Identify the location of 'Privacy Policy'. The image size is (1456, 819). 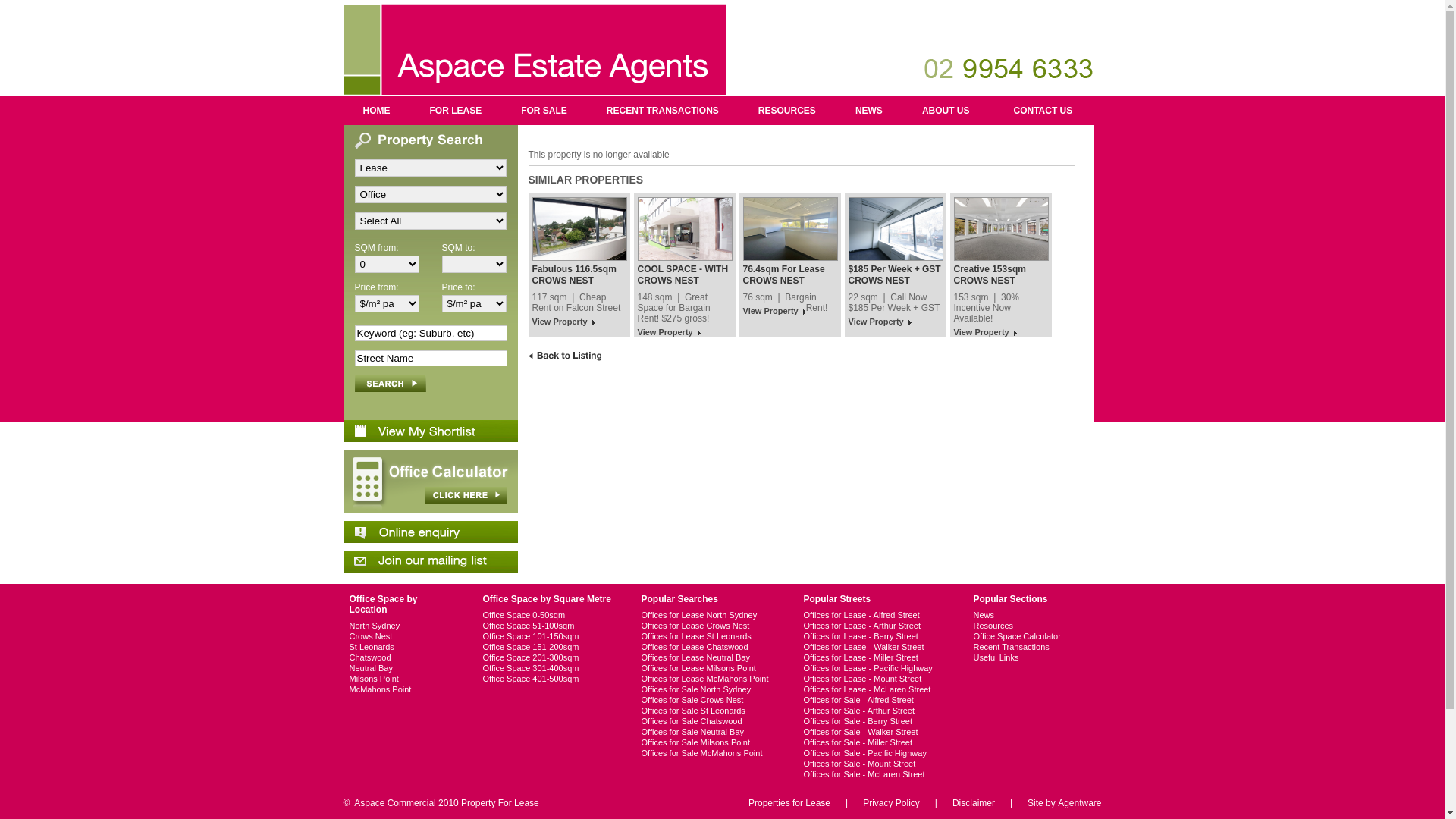
(891, 802).